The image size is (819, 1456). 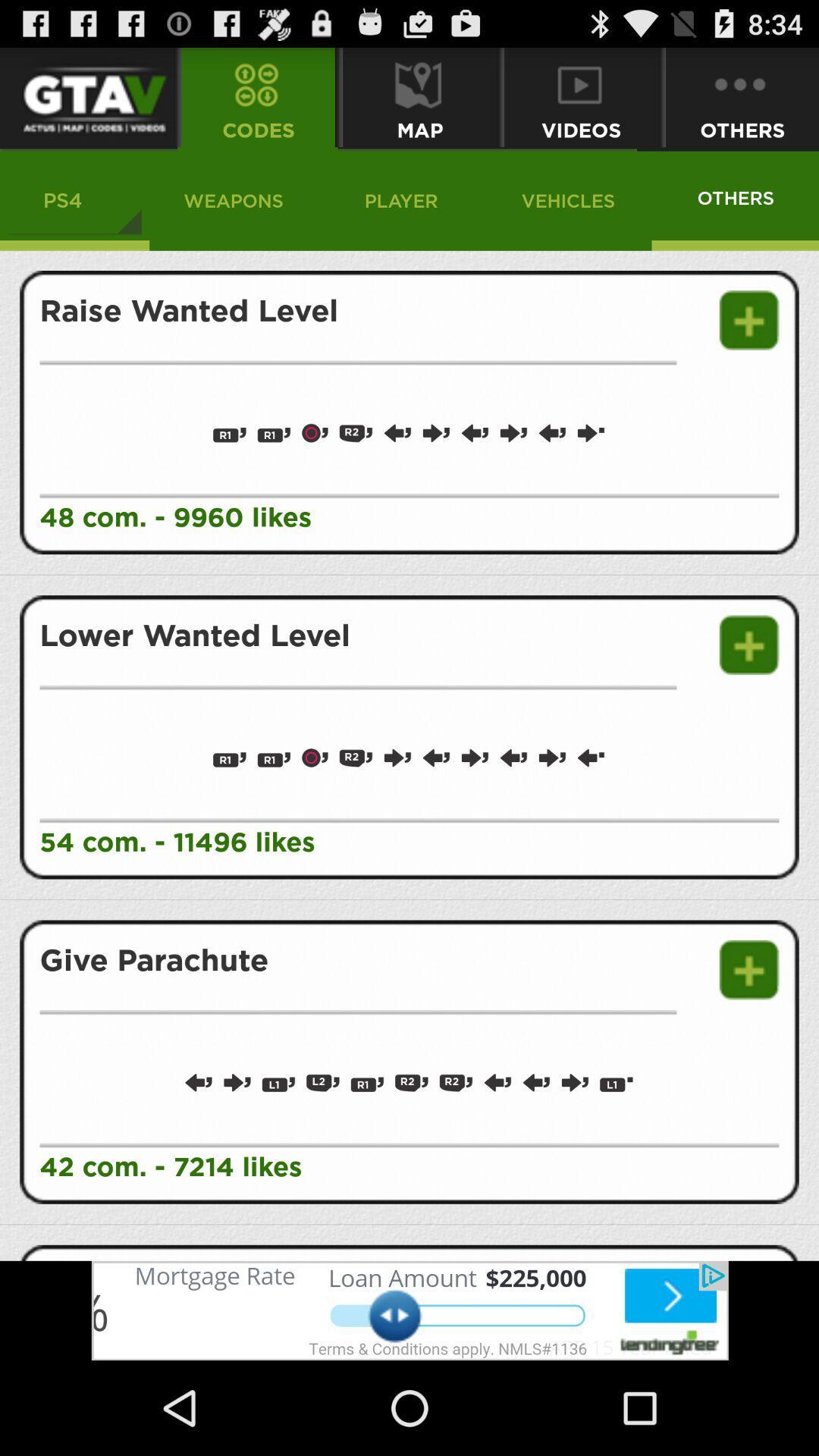 I want to click on to click go to particular page, so click(x=86, y=96).